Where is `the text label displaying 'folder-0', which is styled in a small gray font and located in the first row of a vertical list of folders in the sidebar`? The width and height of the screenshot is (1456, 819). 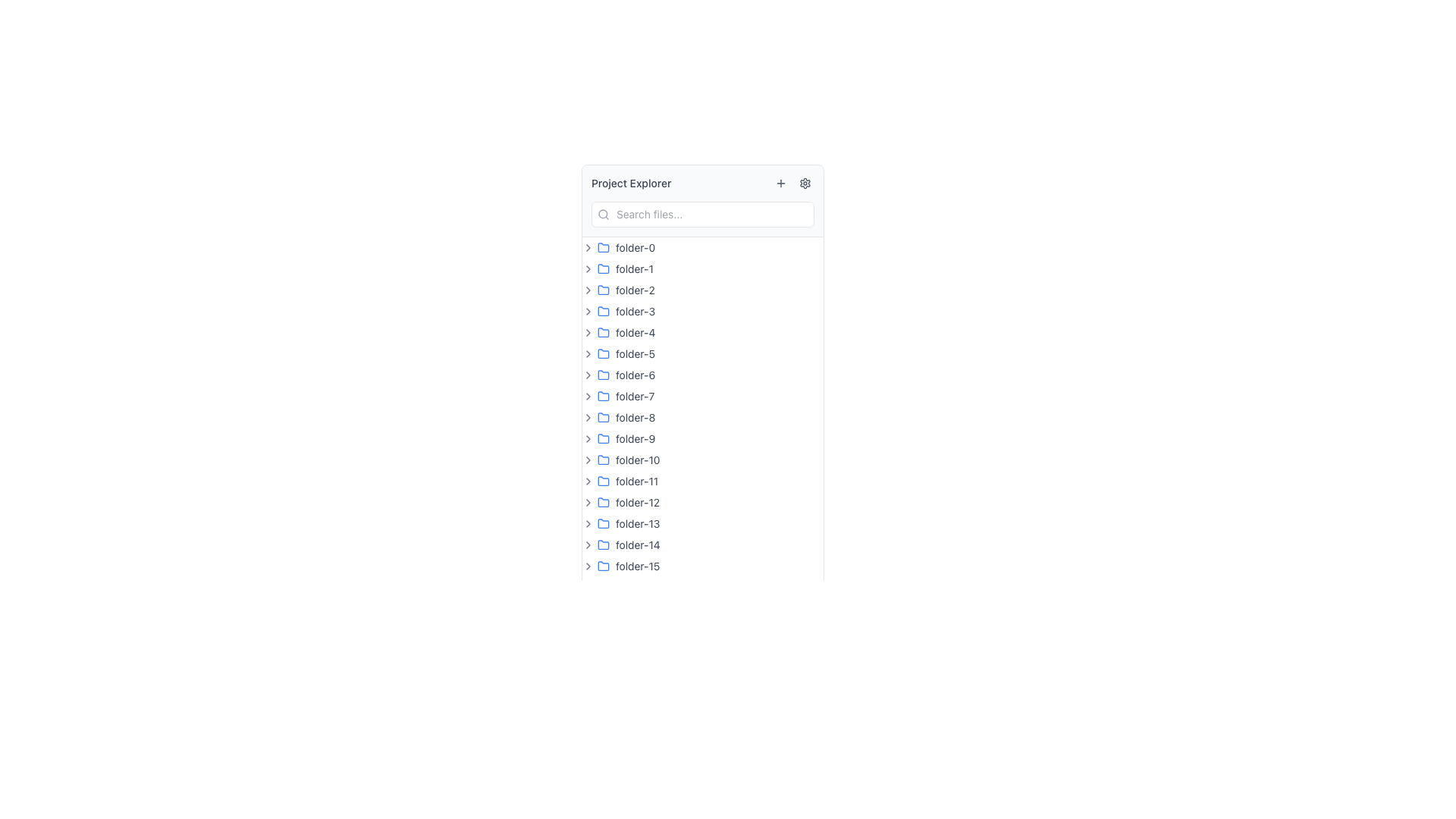 the text label displaying 'folder-0', which is styled in a small gray font and located in the first row of a vertical list of folders in the sidebar is located at coordinates (635, 247).